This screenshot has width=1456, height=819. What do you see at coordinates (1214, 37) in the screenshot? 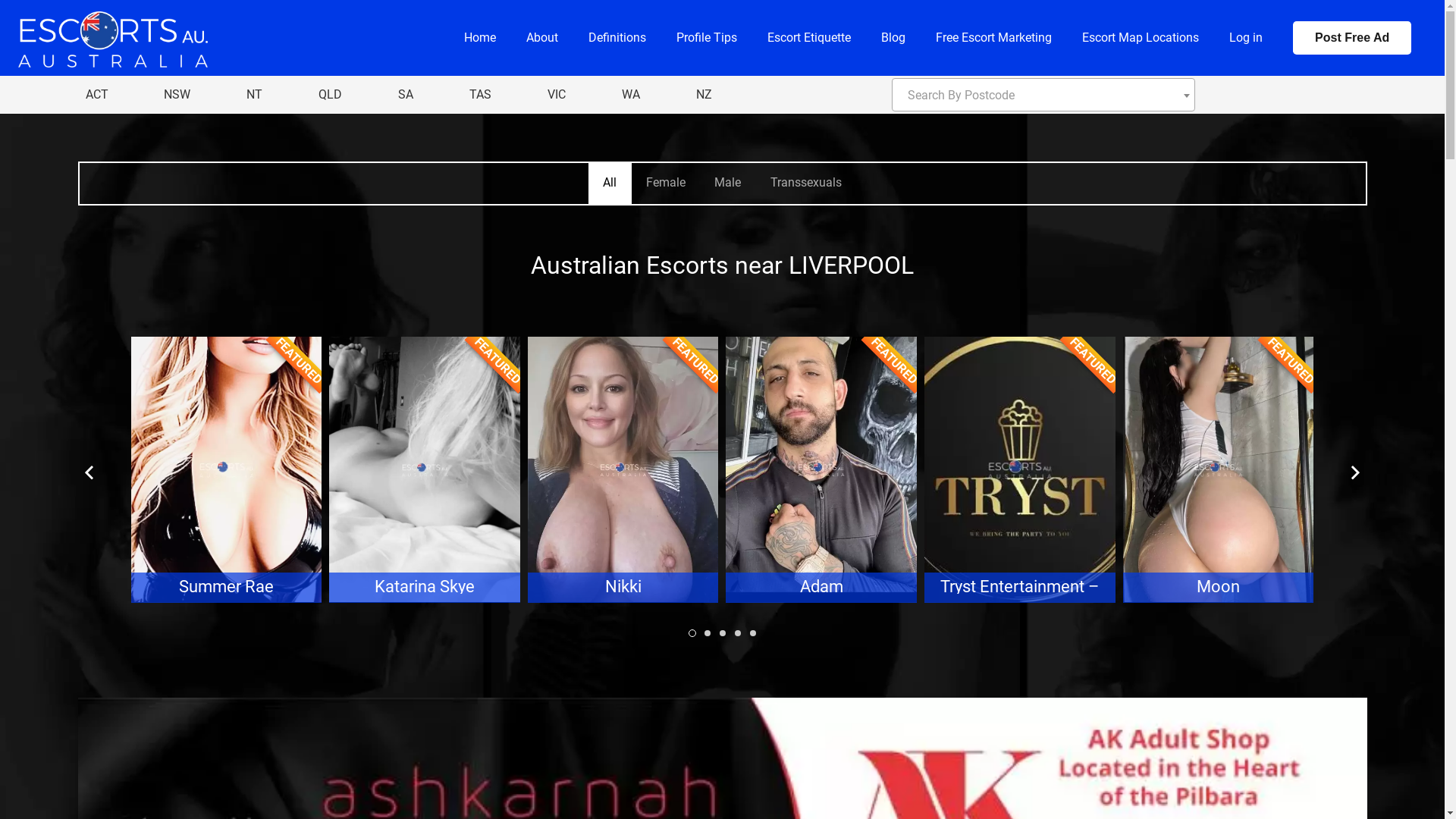
I see `'Log in'` at bounding box center [1214, 37].